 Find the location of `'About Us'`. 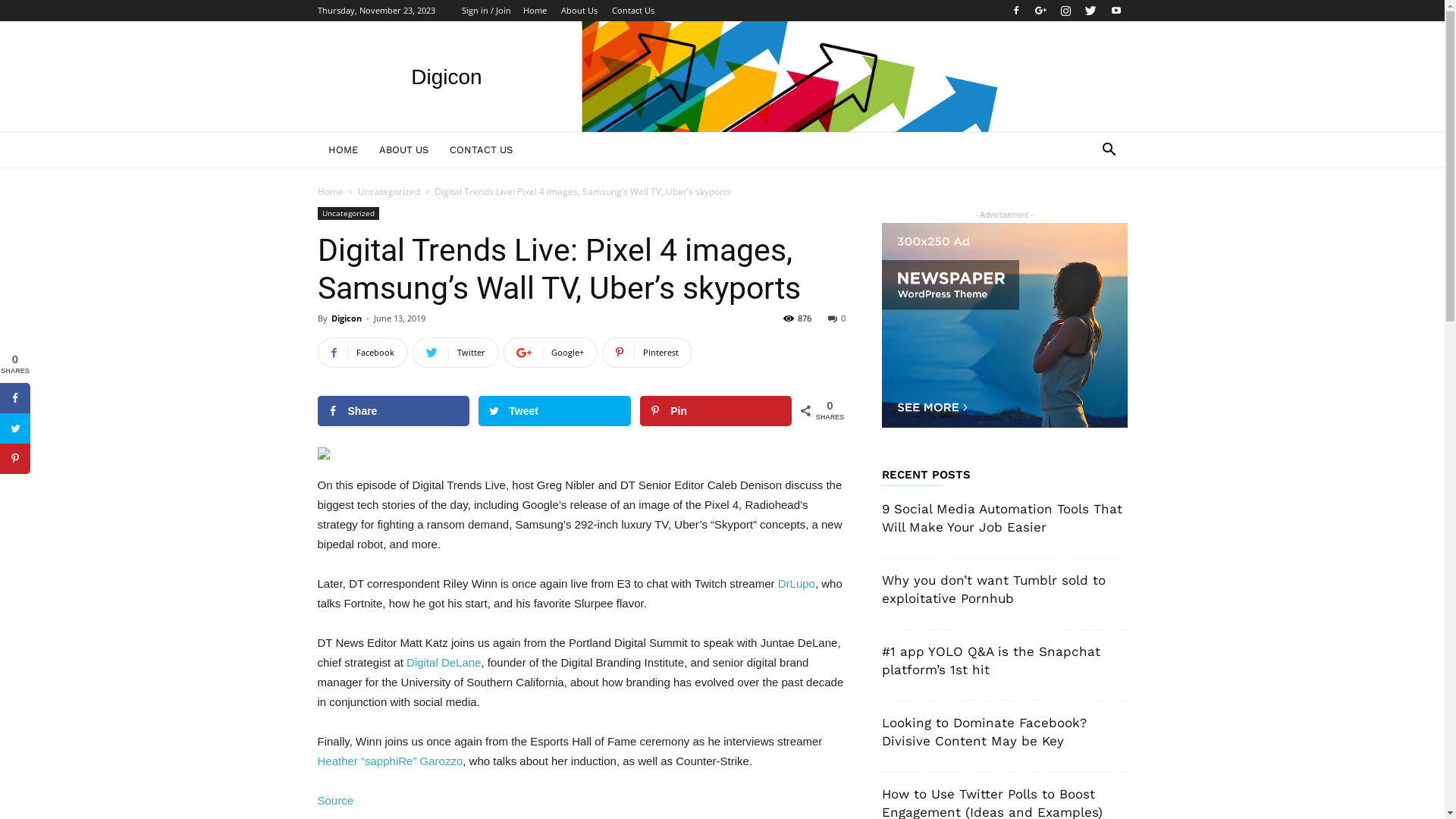

'About Us' is located at coordinates (578, 10).